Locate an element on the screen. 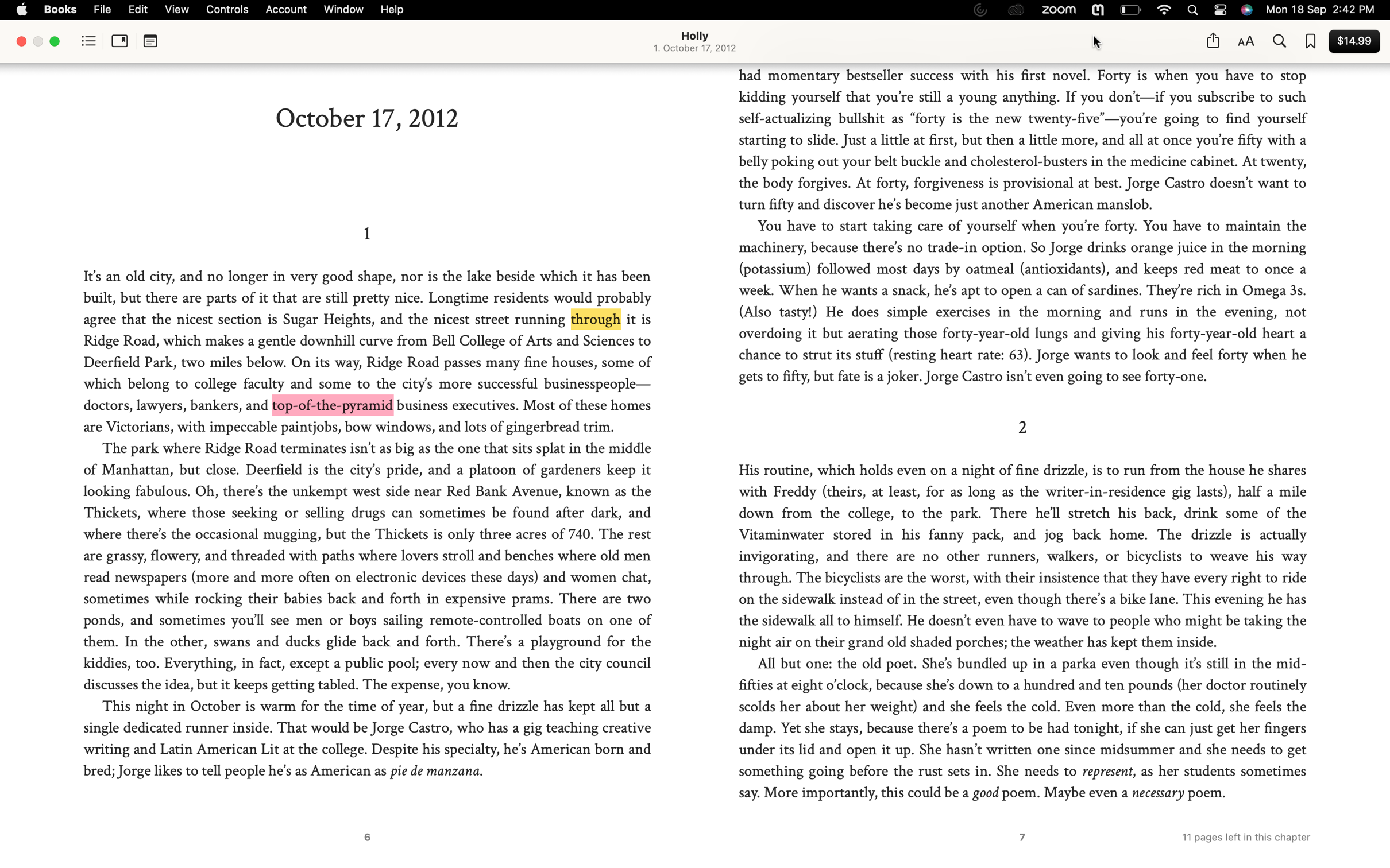 The height and width of the screenshot is (868, 1390). and highlight all "Jorge Castro" entries is located at coordinates (1278, 42).